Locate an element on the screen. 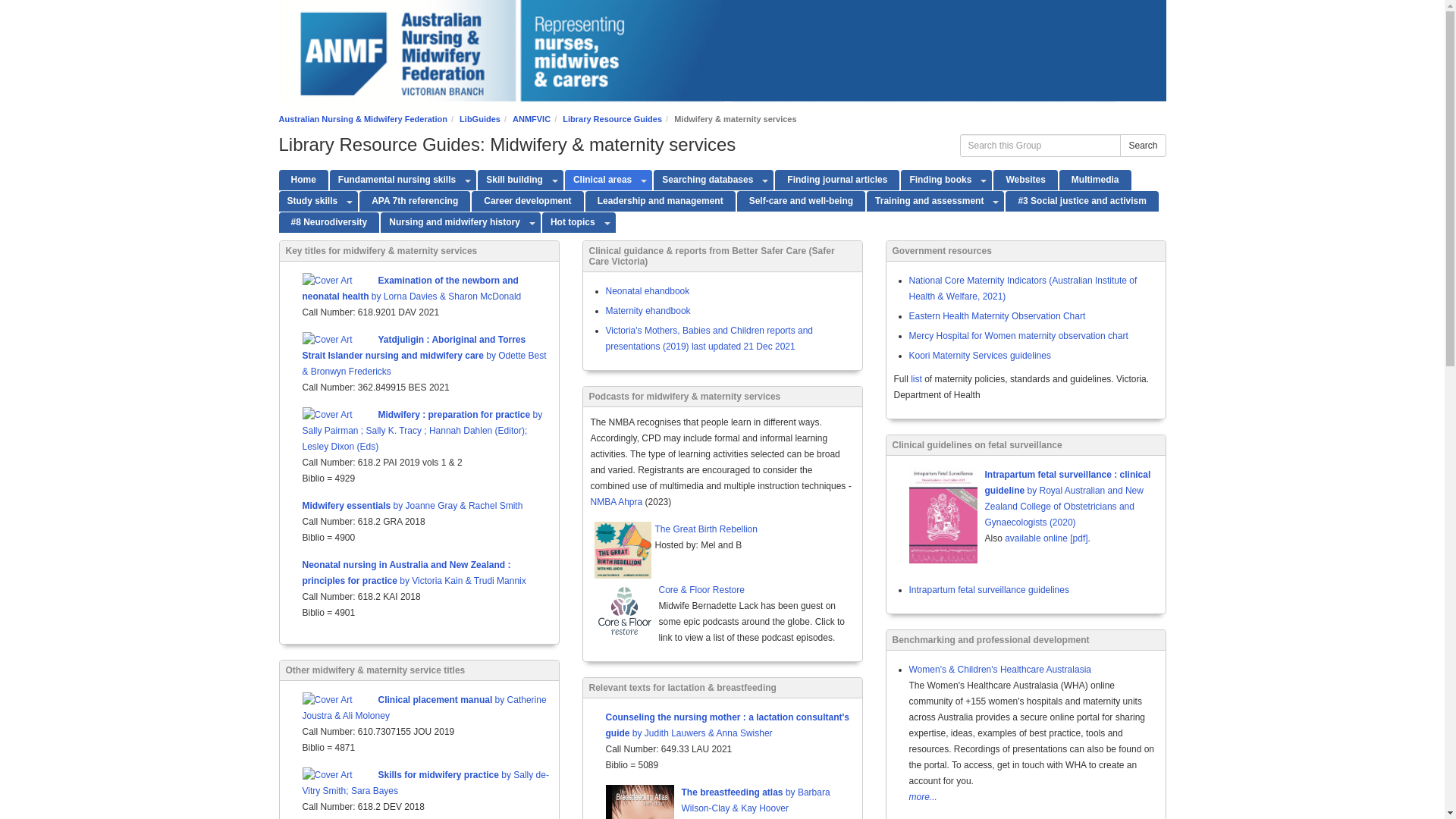  'Career development' is located at coordinates (527, 200).